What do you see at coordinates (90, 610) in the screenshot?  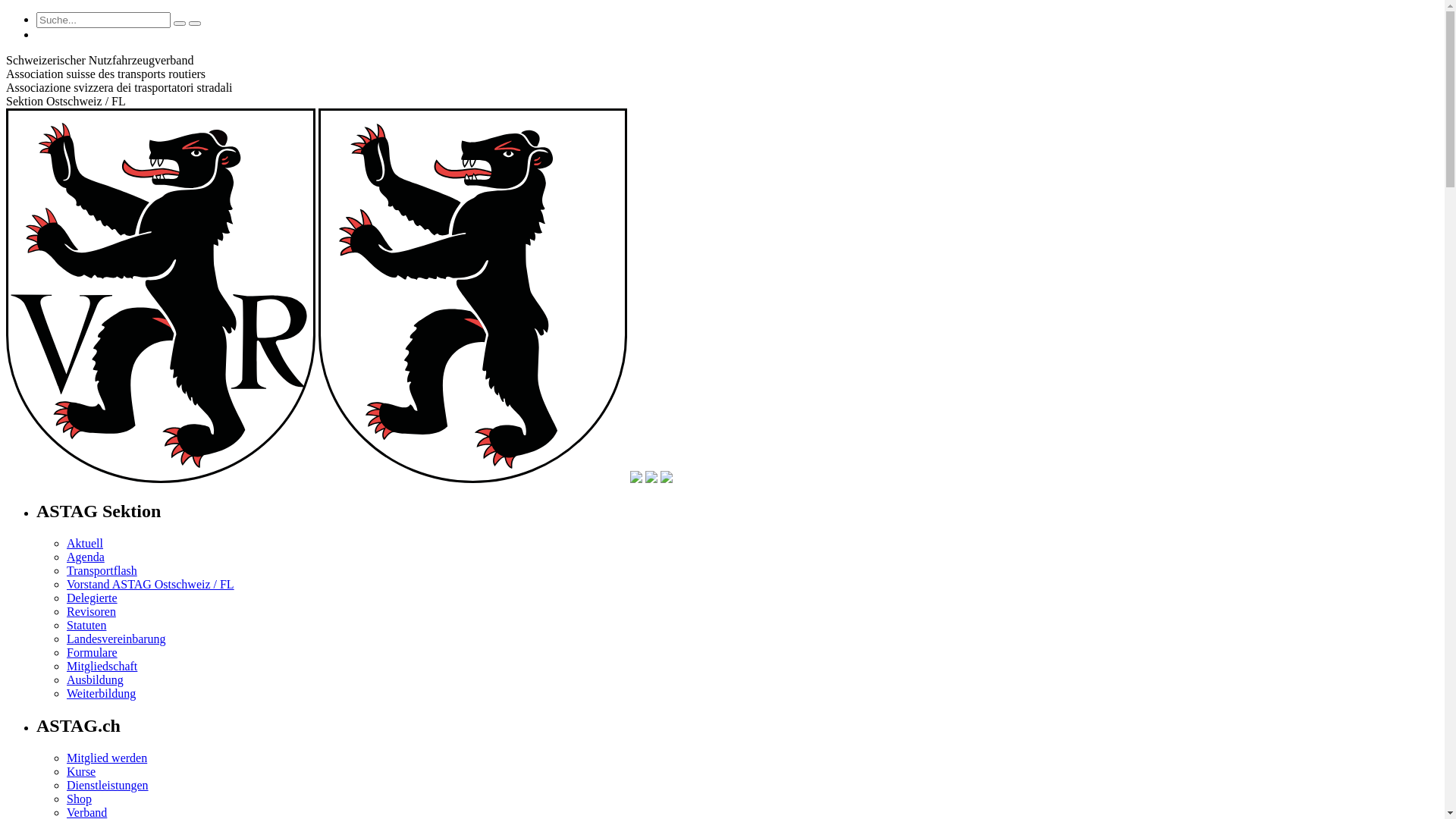 I see `'Revisoren'` at bounding box center [90, 610].